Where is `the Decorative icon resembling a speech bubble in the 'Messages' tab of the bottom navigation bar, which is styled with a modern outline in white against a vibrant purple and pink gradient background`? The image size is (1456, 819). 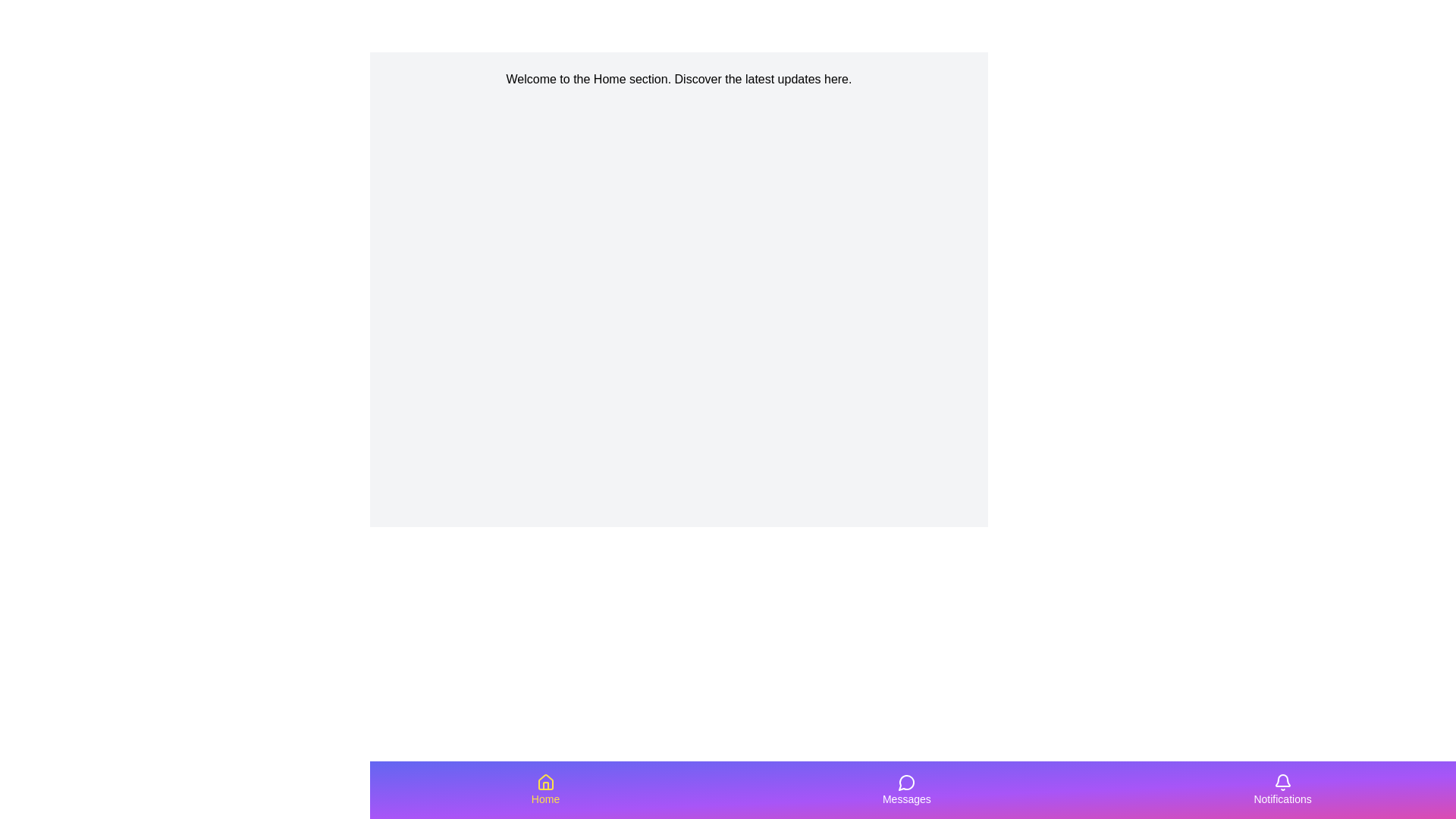
the Decorative icon resembling a speech bubble in the 'Messages' tab of the bottom navigation bar, which is styled with a modern outline in white against a vibrant purple and pink gradient background is located at coordinates (906, 783).